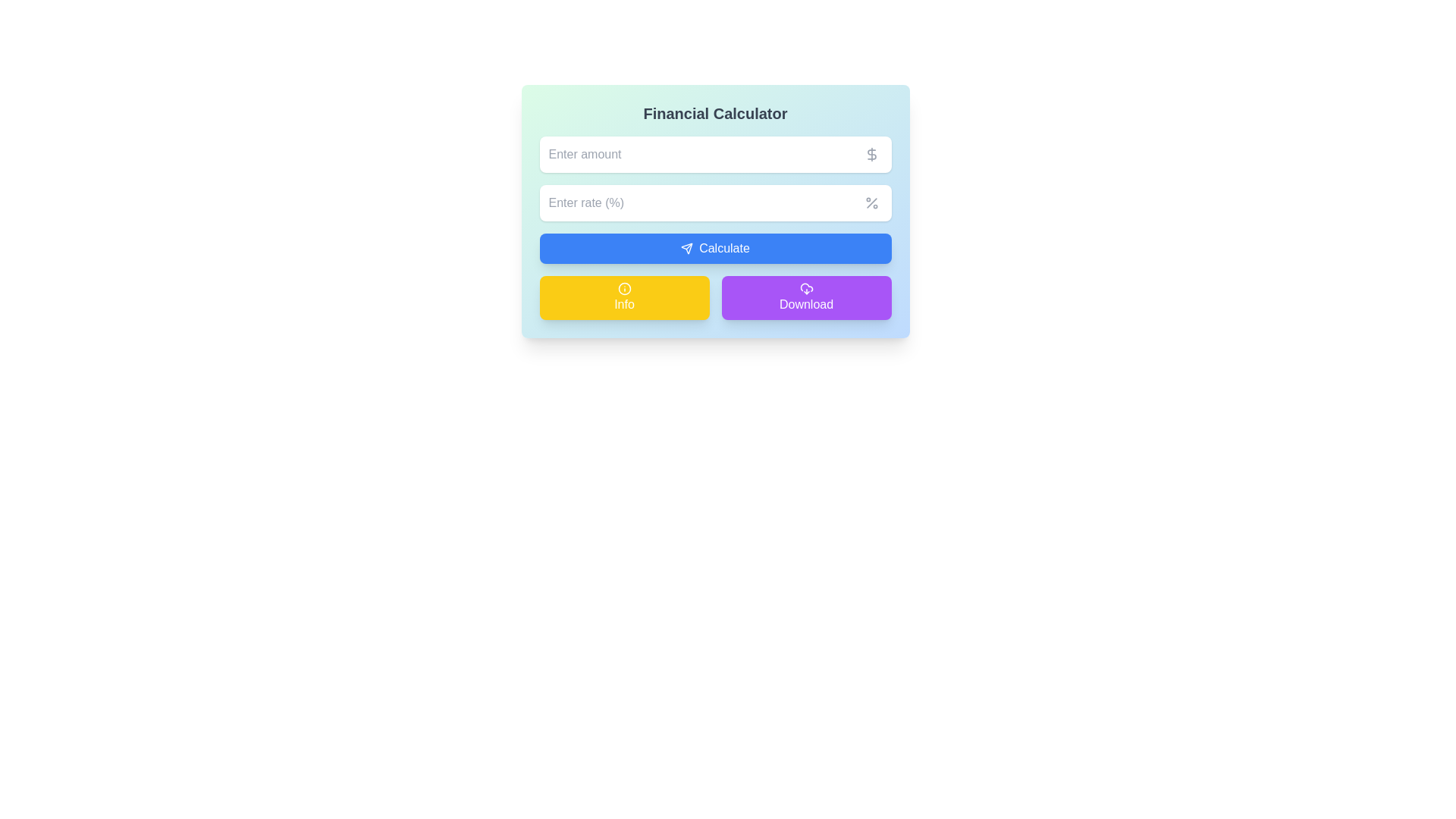 The width and height of the screenshot is (1456, 819). What do you see at coordinates (714, 155) in the screenshot?
I see `the text within the text input field labeled 'Enter amount' by dragging the cursor across it` at bounding box center [714, 155].